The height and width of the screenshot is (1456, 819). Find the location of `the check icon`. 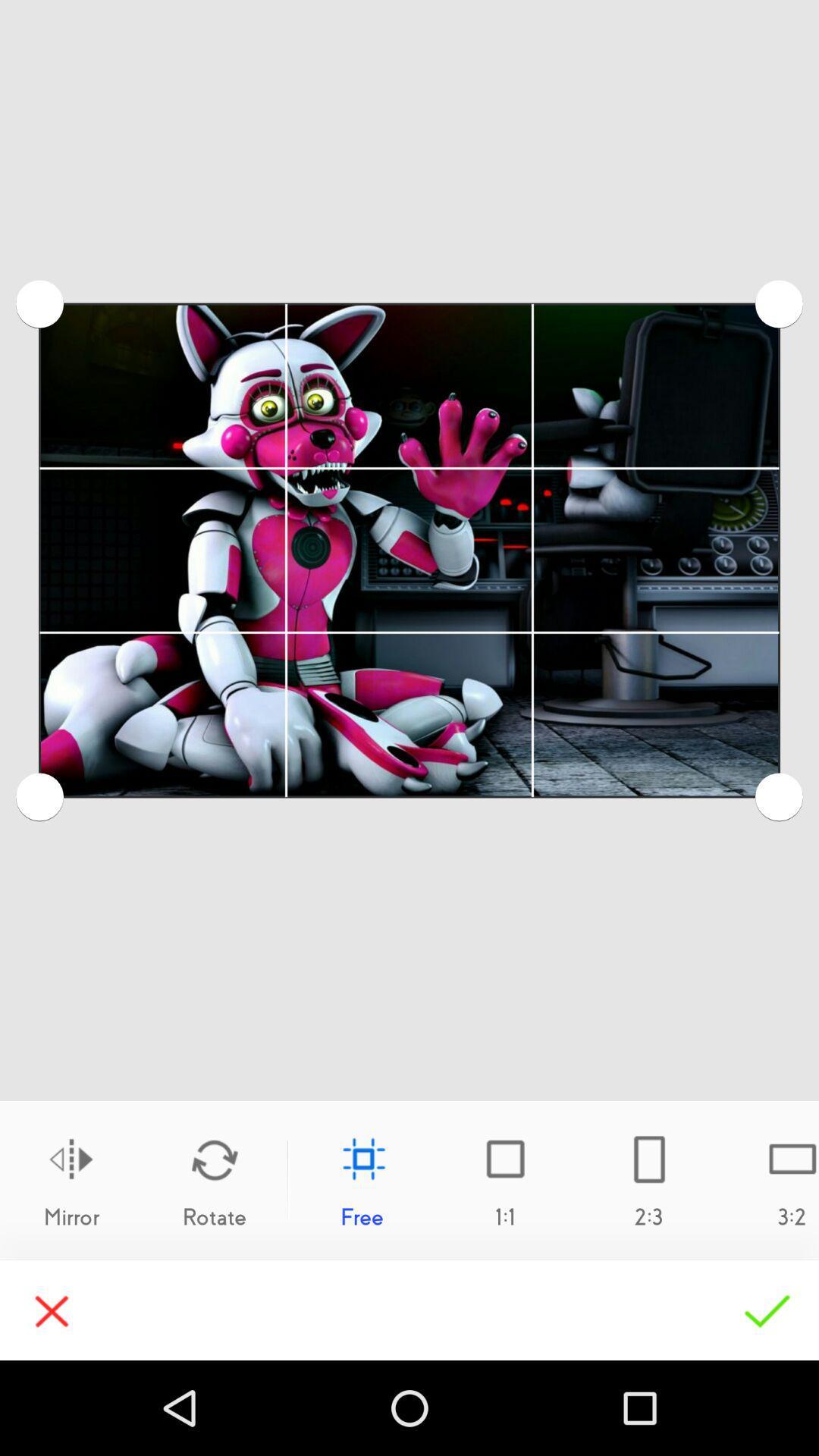

the check icon is located at coordinates (767, 1310).